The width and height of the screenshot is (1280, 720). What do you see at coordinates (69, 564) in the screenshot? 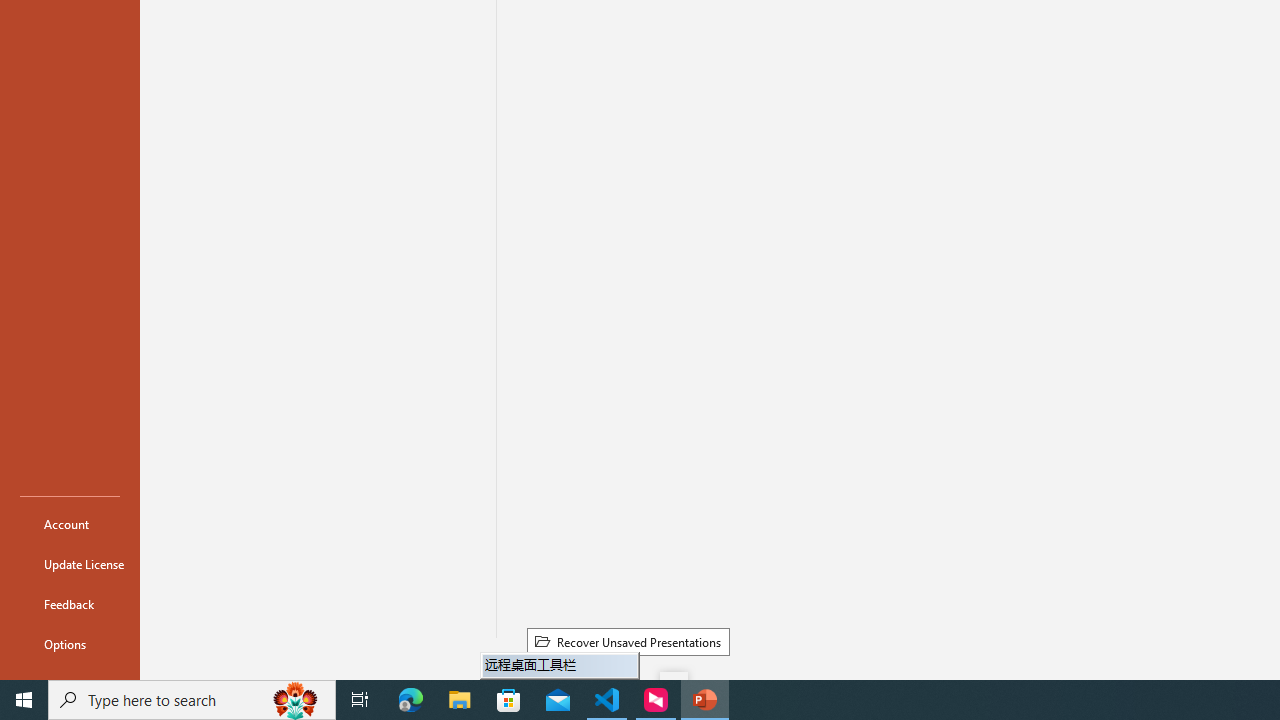
I see `'Update License'` at bounding box center [69, 564].